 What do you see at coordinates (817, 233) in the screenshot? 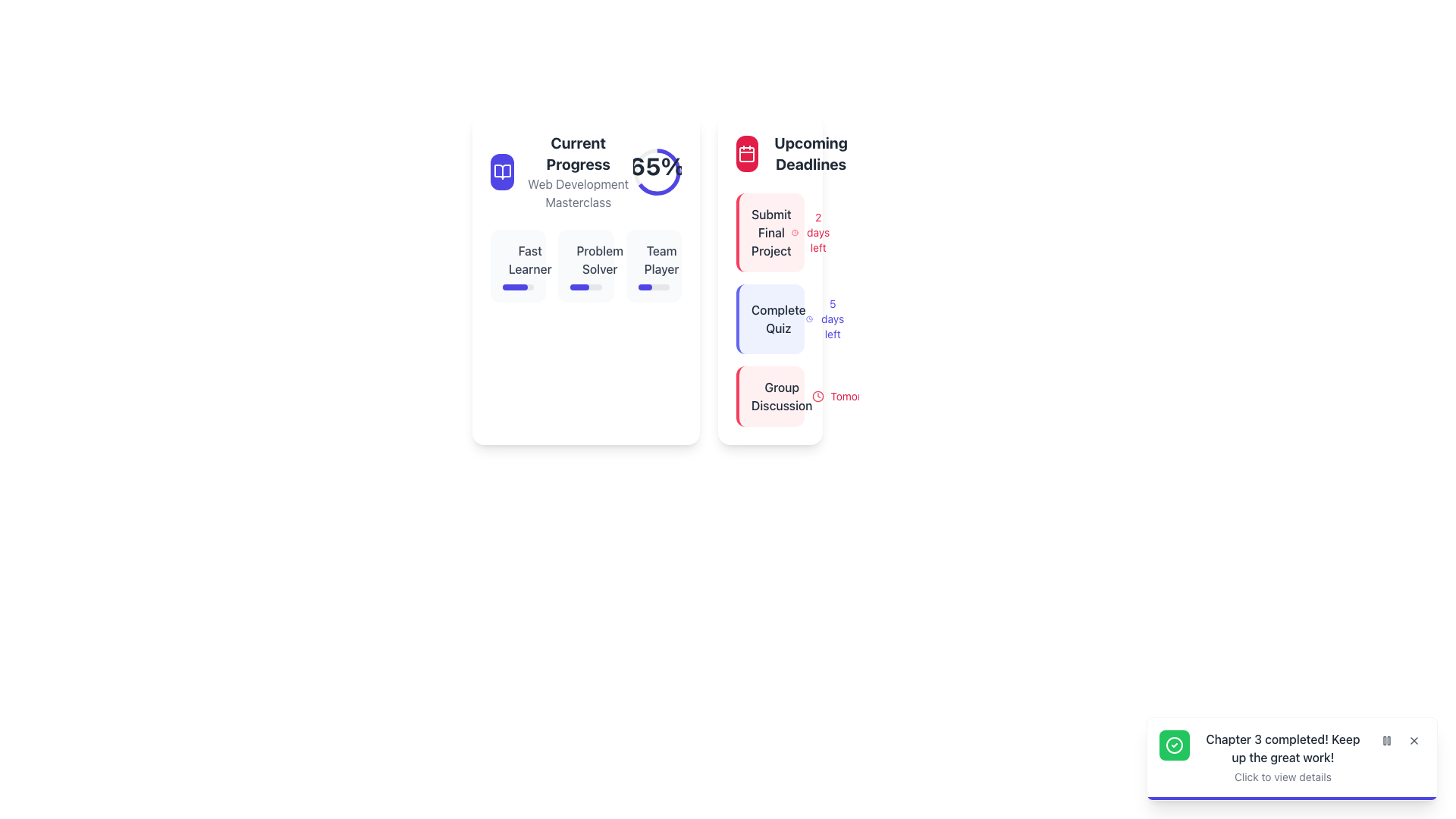
I see `text from the Text Label displaying '2 days left', which is styled in small-font-size and rose red color, positioned to the right of the 'Submit Final Project' label` at bounding box center [817, 233].